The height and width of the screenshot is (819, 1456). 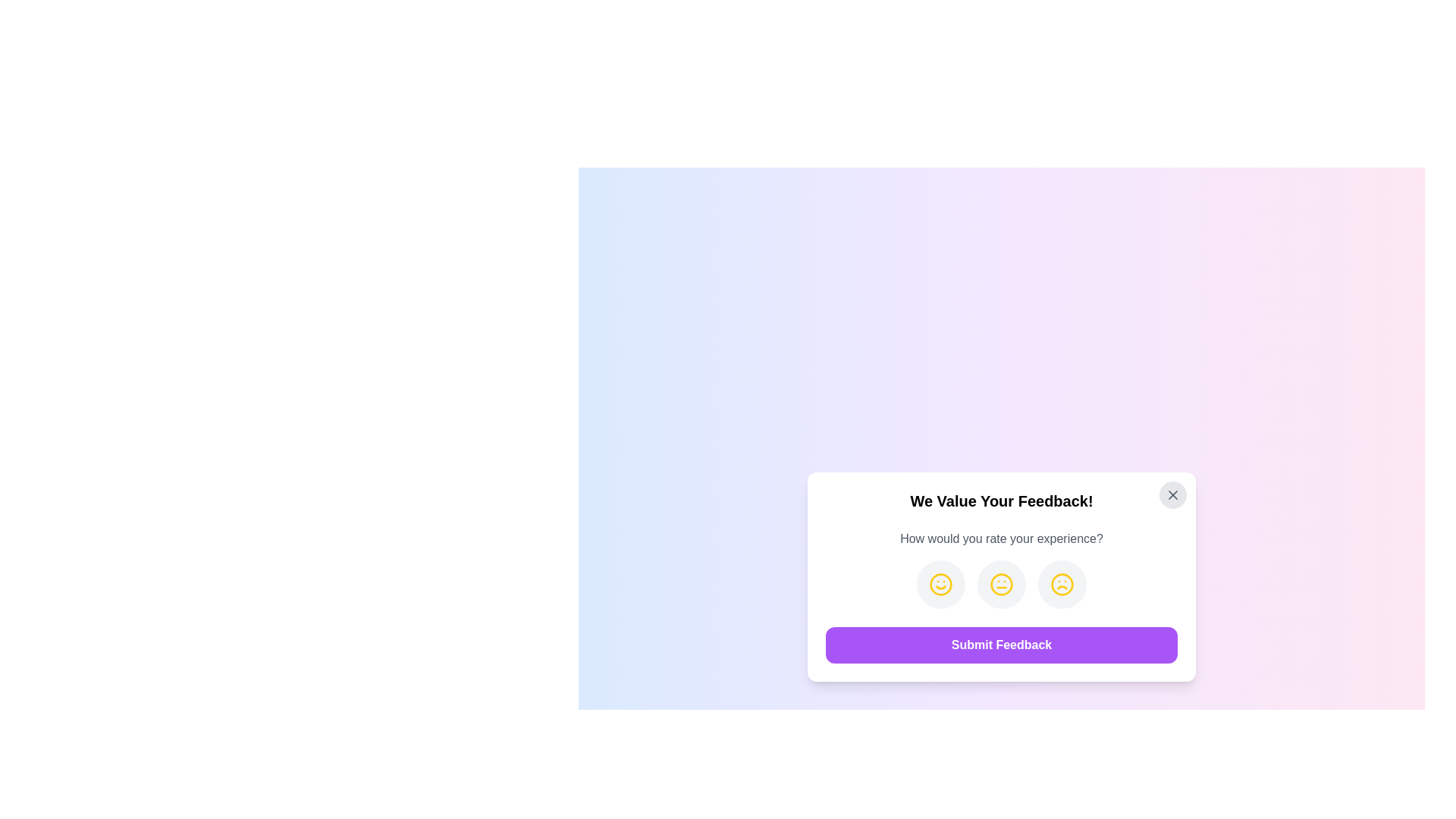 I want to click on the circular button with a light gray background and a yellow frown face icon, located at the rightmost position in a sequence of three buttons below the prompt 'How would you rate your experience?' for keyboard navigation, so click(x=1062, y=584).